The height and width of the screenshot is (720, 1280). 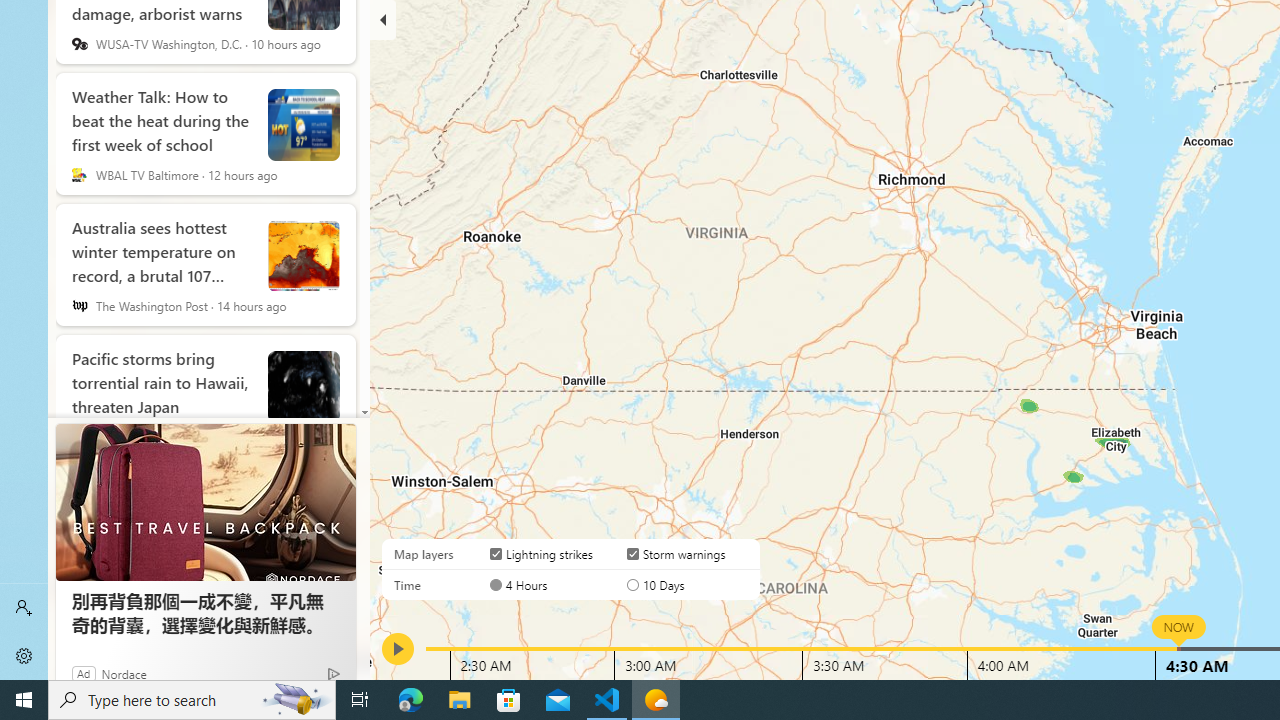 What do you see at coordinates (24, 655) in the screenshot?
I see `'Settings'` at bounding box center [24, 655].